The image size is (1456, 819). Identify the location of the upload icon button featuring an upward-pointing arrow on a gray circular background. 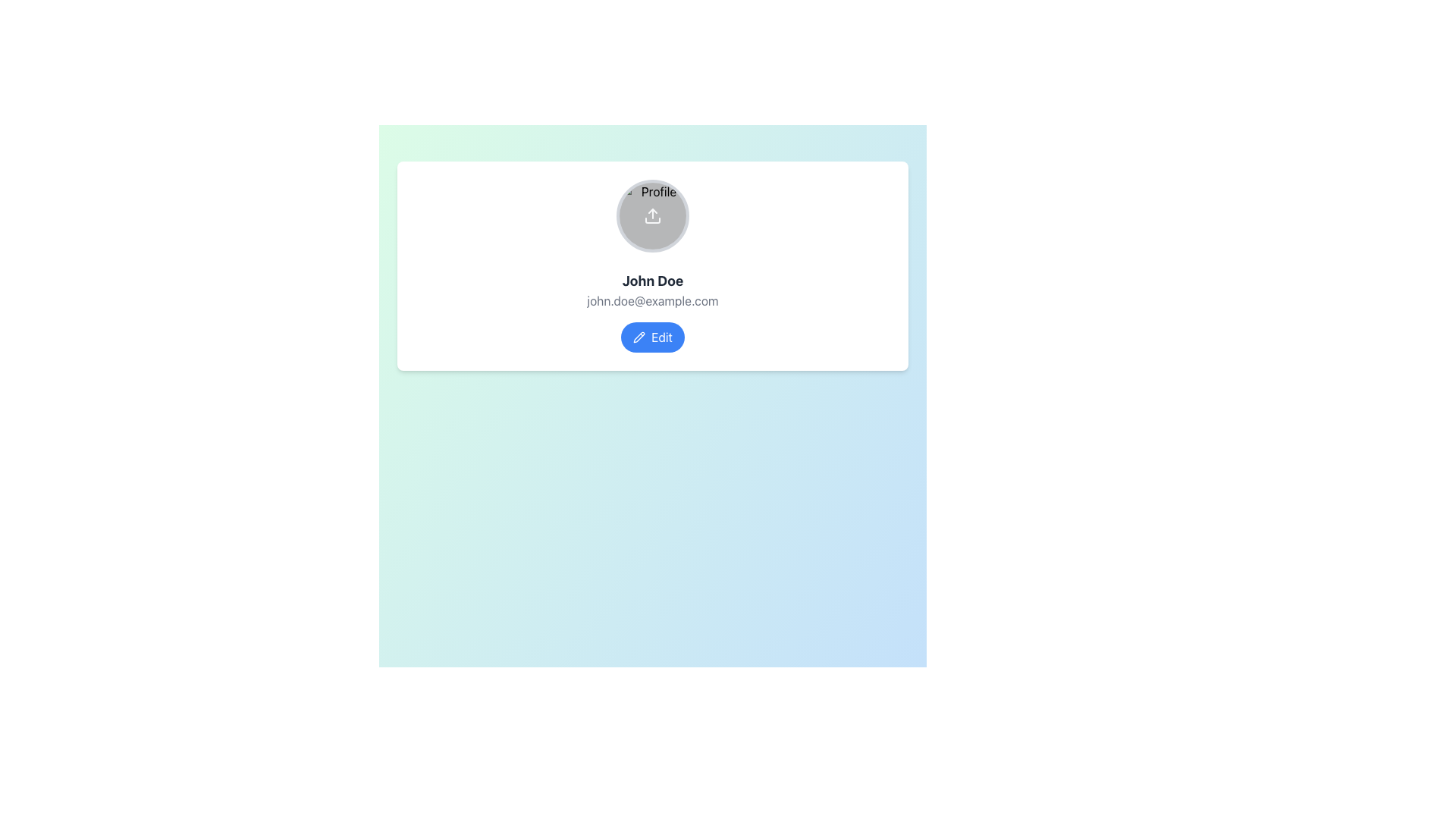
(652, 216).